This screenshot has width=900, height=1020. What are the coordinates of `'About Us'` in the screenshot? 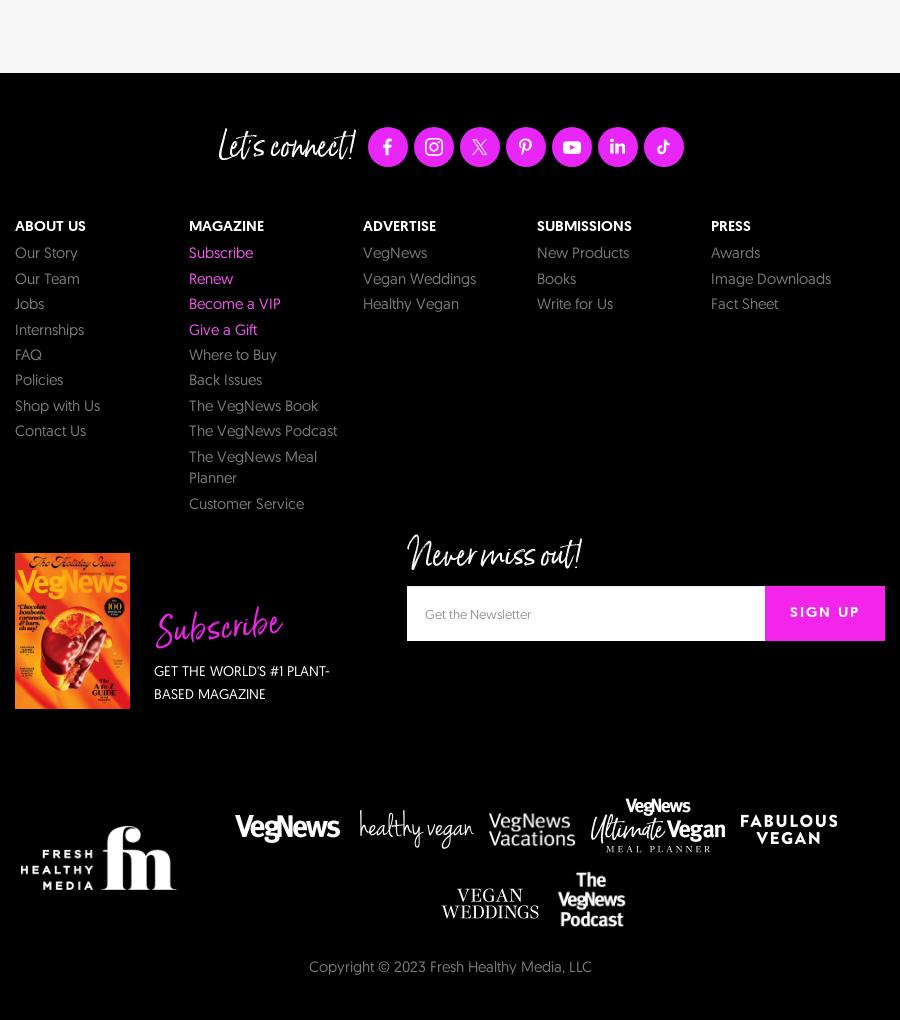 It's located at (49, 226).